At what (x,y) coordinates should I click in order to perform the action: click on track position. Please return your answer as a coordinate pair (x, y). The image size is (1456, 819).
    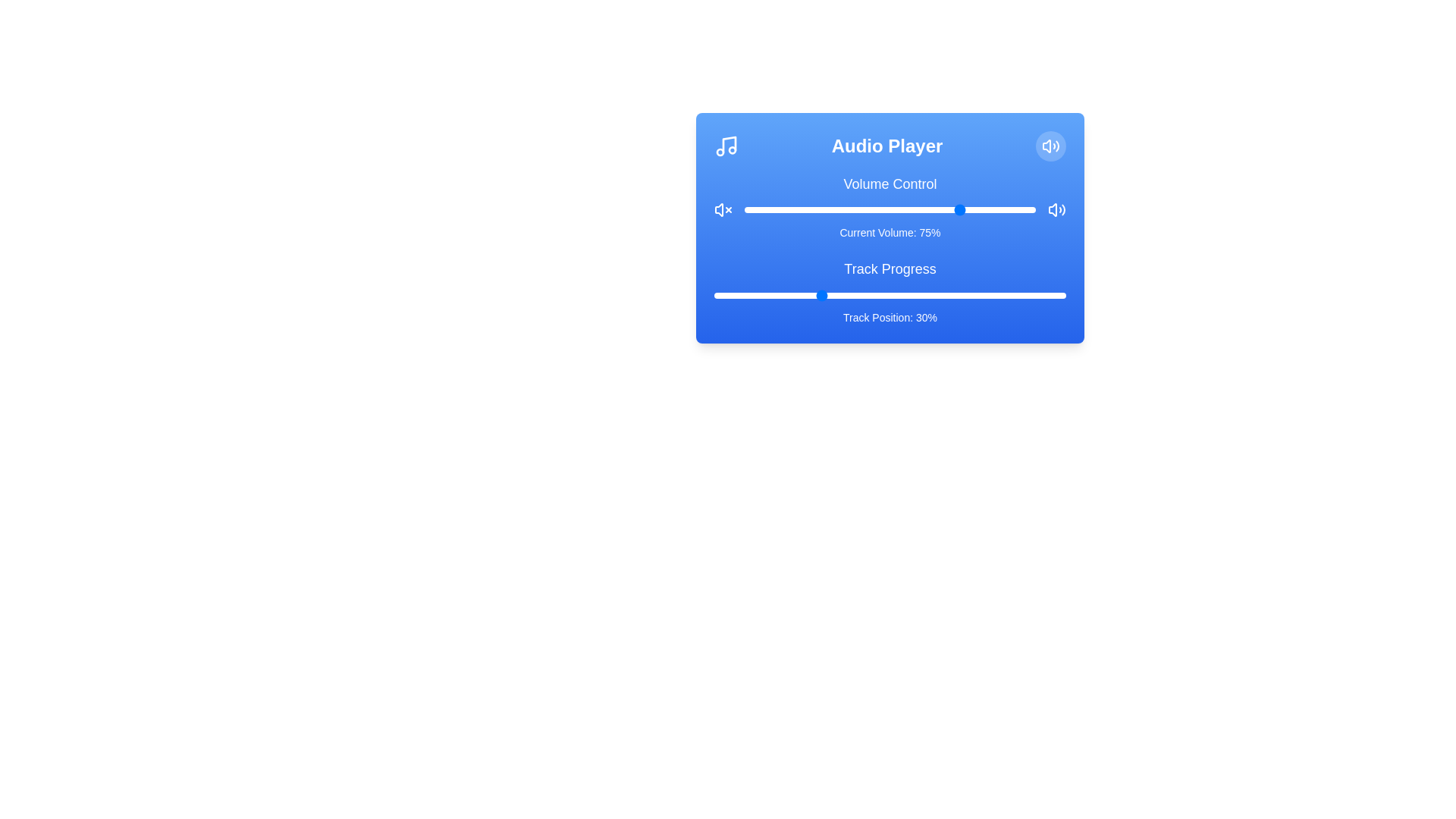
    Looking at the image, I should click on (801, 295).